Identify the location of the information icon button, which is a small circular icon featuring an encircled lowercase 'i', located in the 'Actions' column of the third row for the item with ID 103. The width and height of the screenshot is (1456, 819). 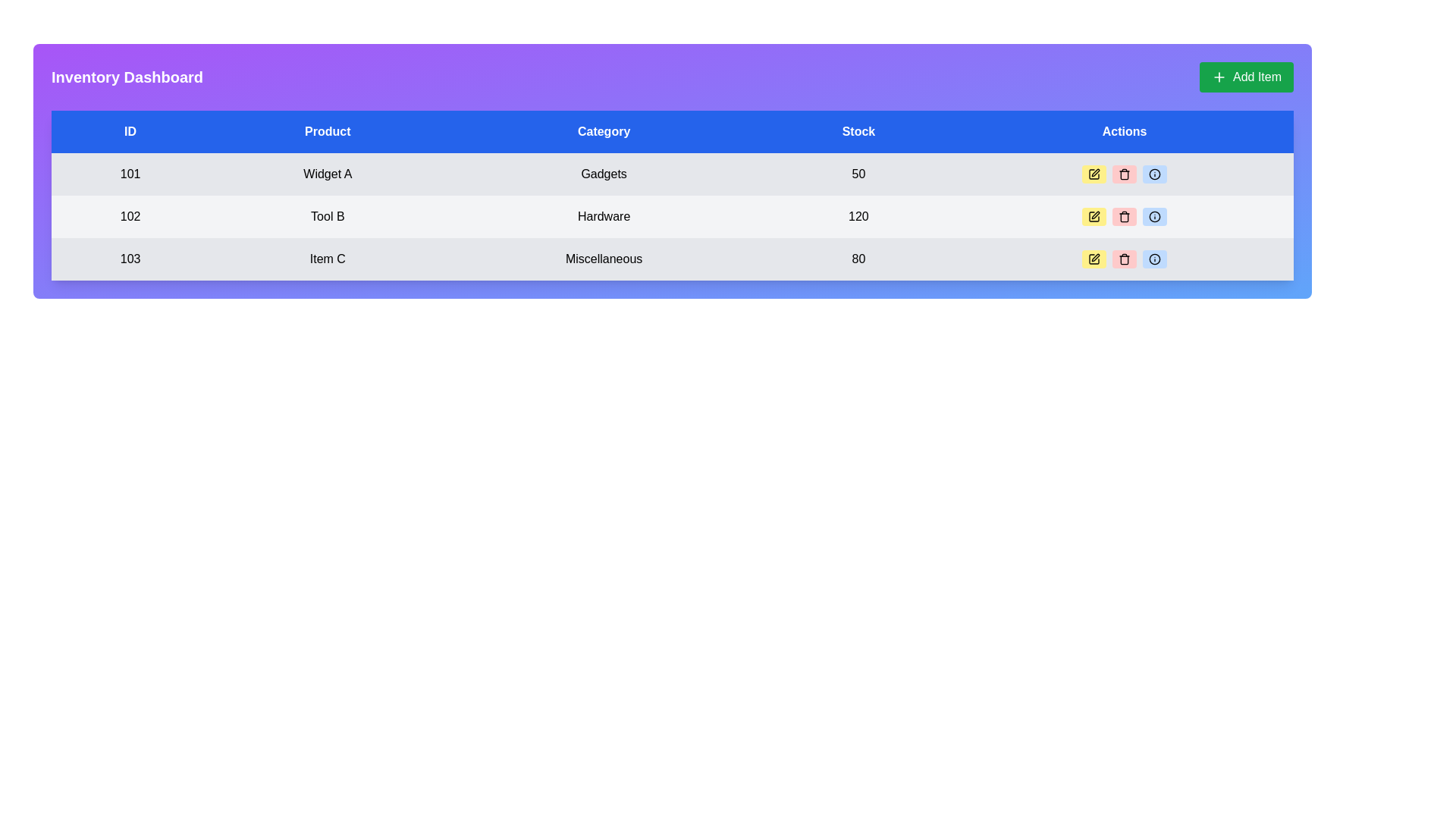
(1153, 174).